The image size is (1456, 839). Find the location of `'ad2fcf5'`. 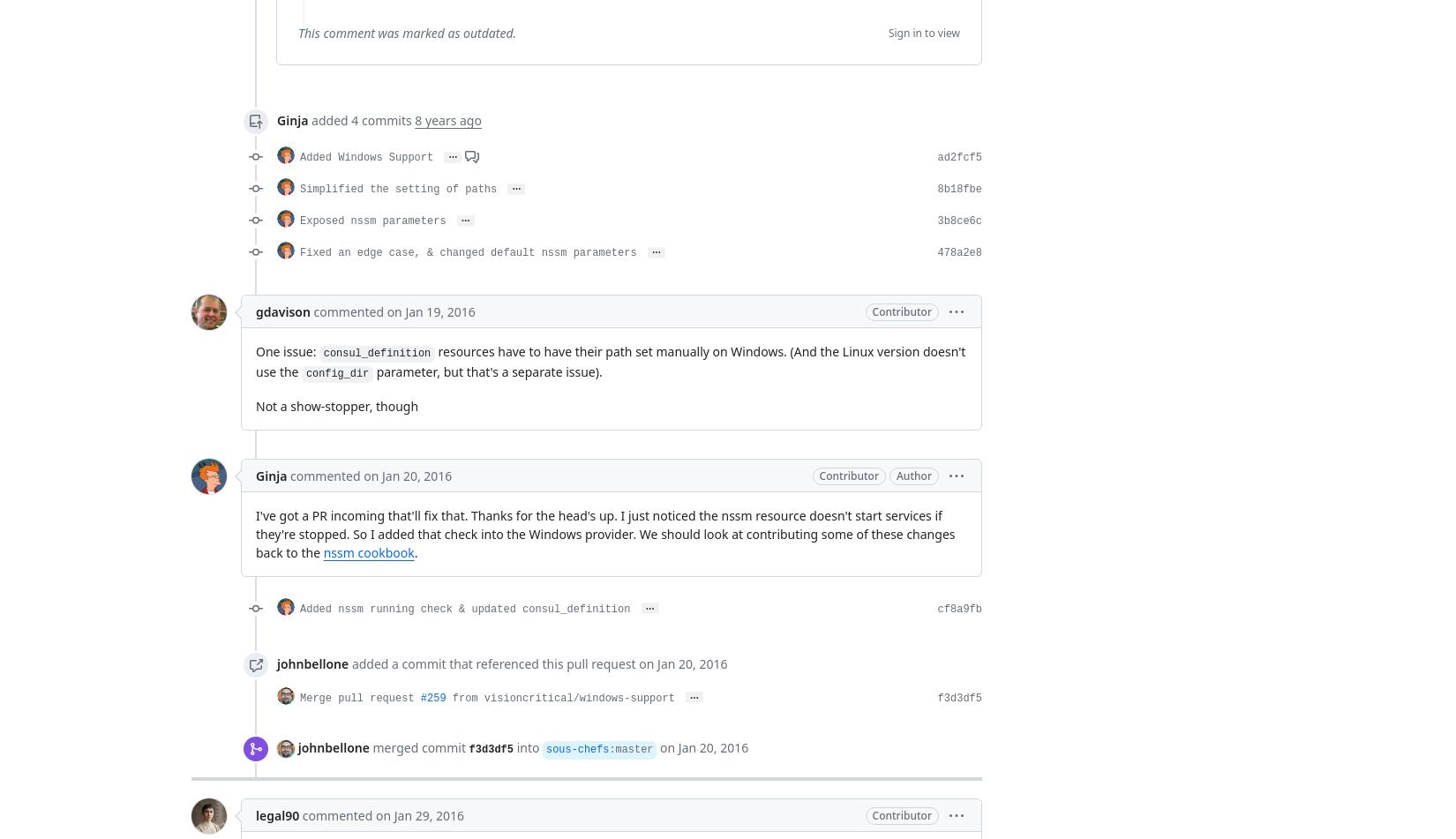

'ad2fcf5' is located at coordinates (959, 157).